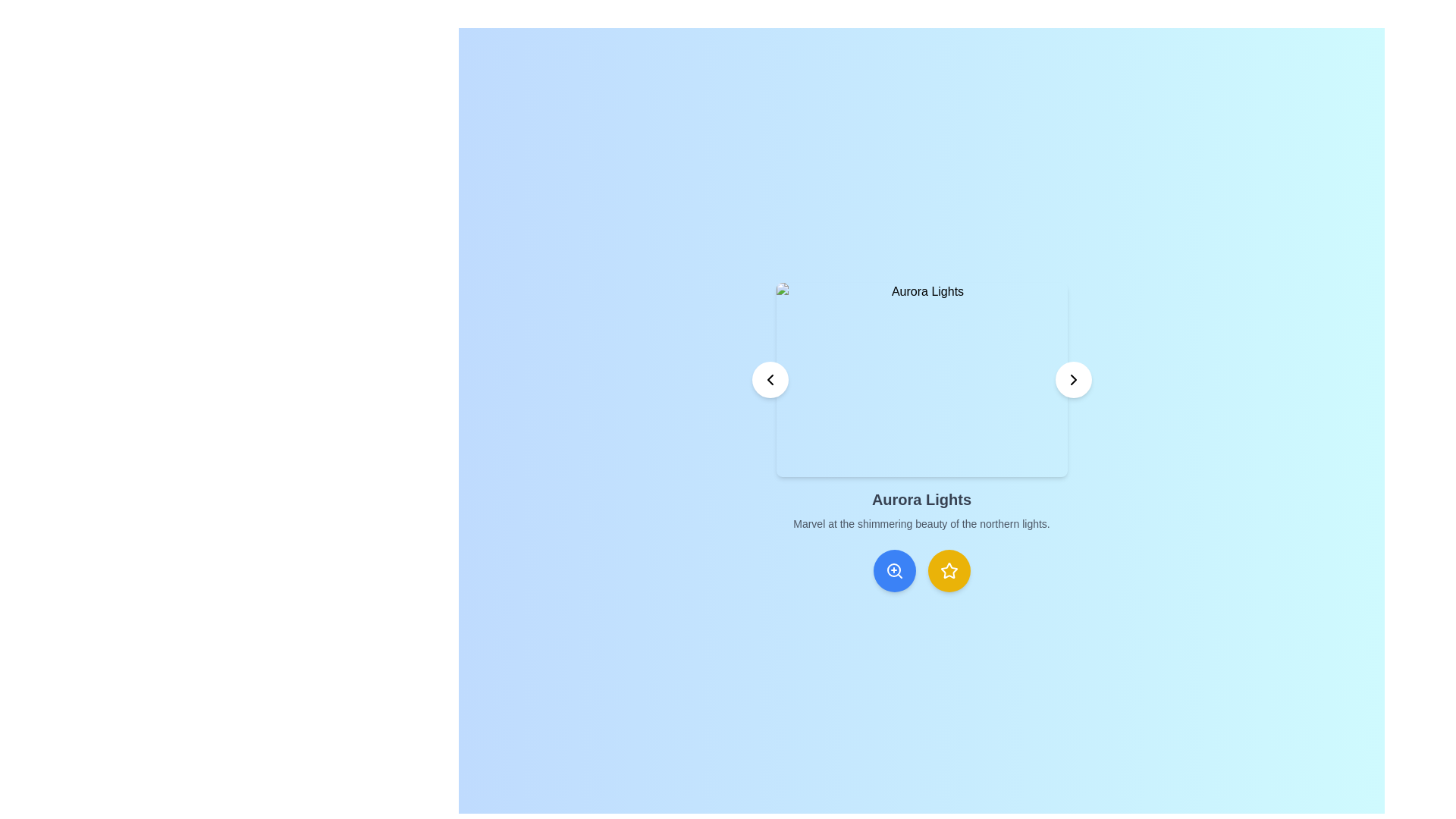 Image resolution: width=1456 pixels, height=819 pixels. What do you see at coordinates (1072, 379) in the screenshot?
I see `the right-facing chevron icon within the circular white button` at bounding box center [1072, 379].